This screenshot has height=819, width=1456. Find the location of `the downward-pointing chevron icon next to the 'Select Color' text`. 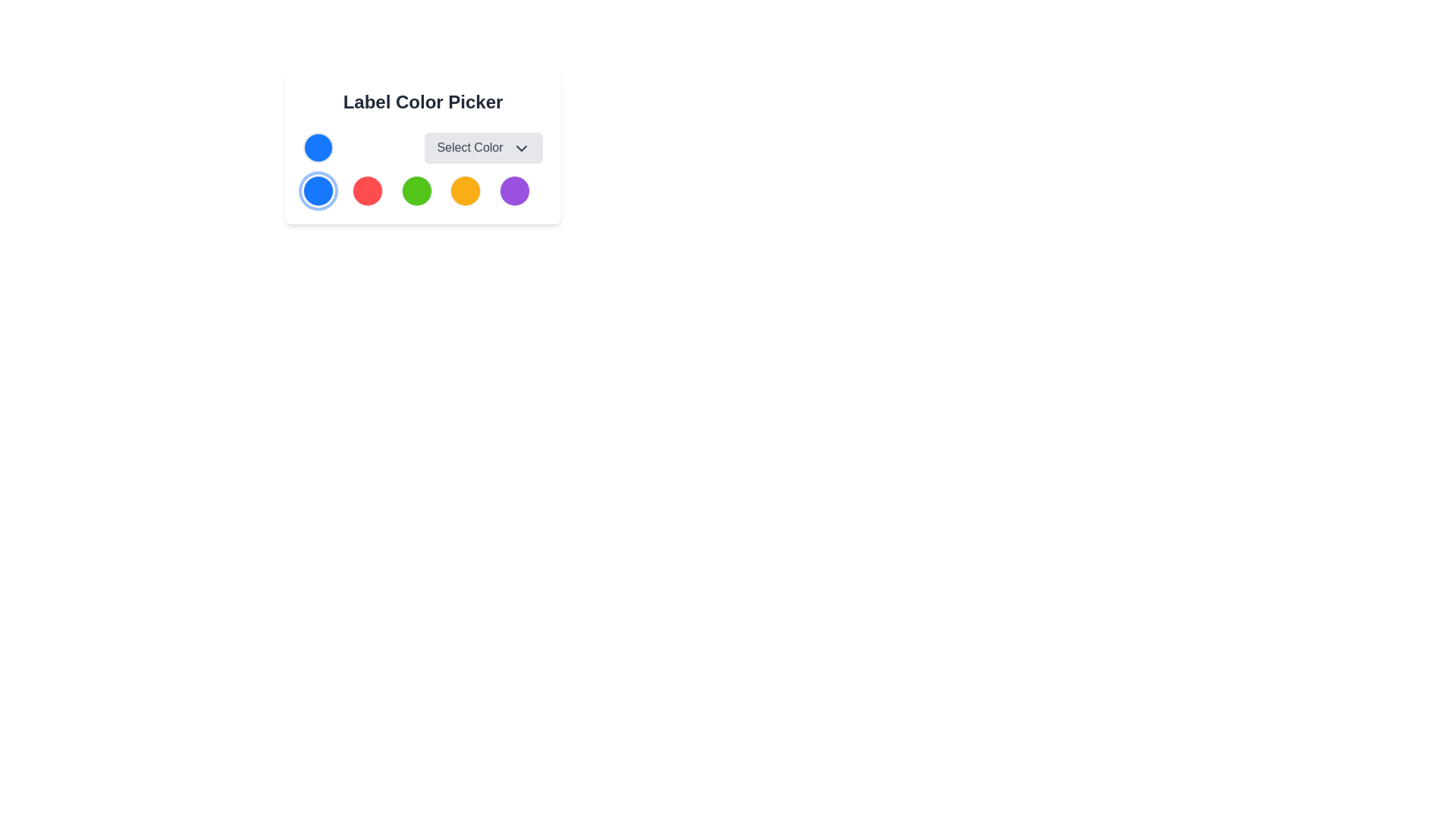

the downward-pointing chevron icon next to the 'Select Color' text is located at coordinates (521, 148).